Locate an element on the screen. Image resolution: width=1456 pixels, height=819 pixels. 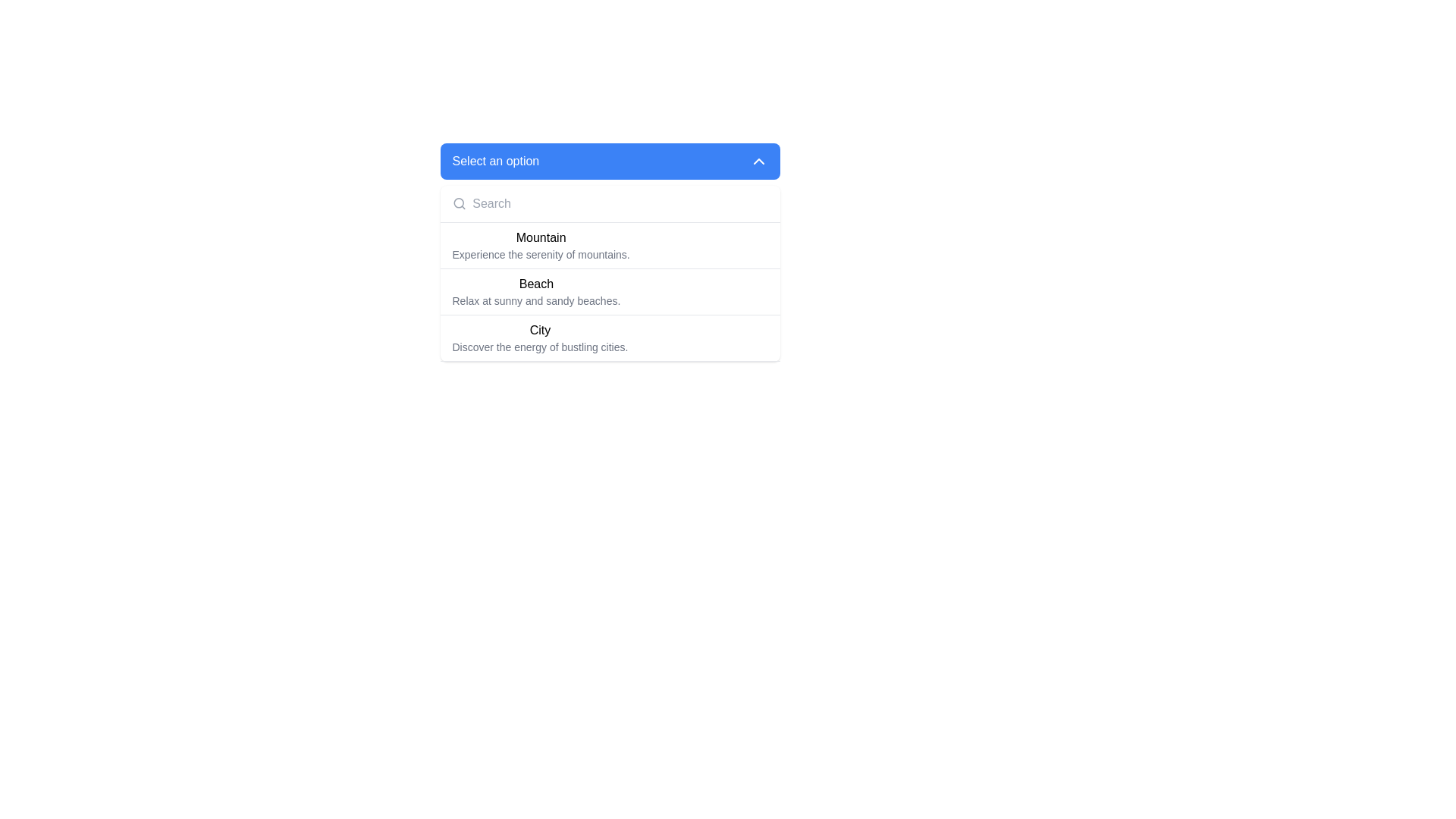
descriptive text label located in the dropdown menu beneath the 'Beach' title, which provides additional information about a beach-related option is located at coordinates (536, 301).